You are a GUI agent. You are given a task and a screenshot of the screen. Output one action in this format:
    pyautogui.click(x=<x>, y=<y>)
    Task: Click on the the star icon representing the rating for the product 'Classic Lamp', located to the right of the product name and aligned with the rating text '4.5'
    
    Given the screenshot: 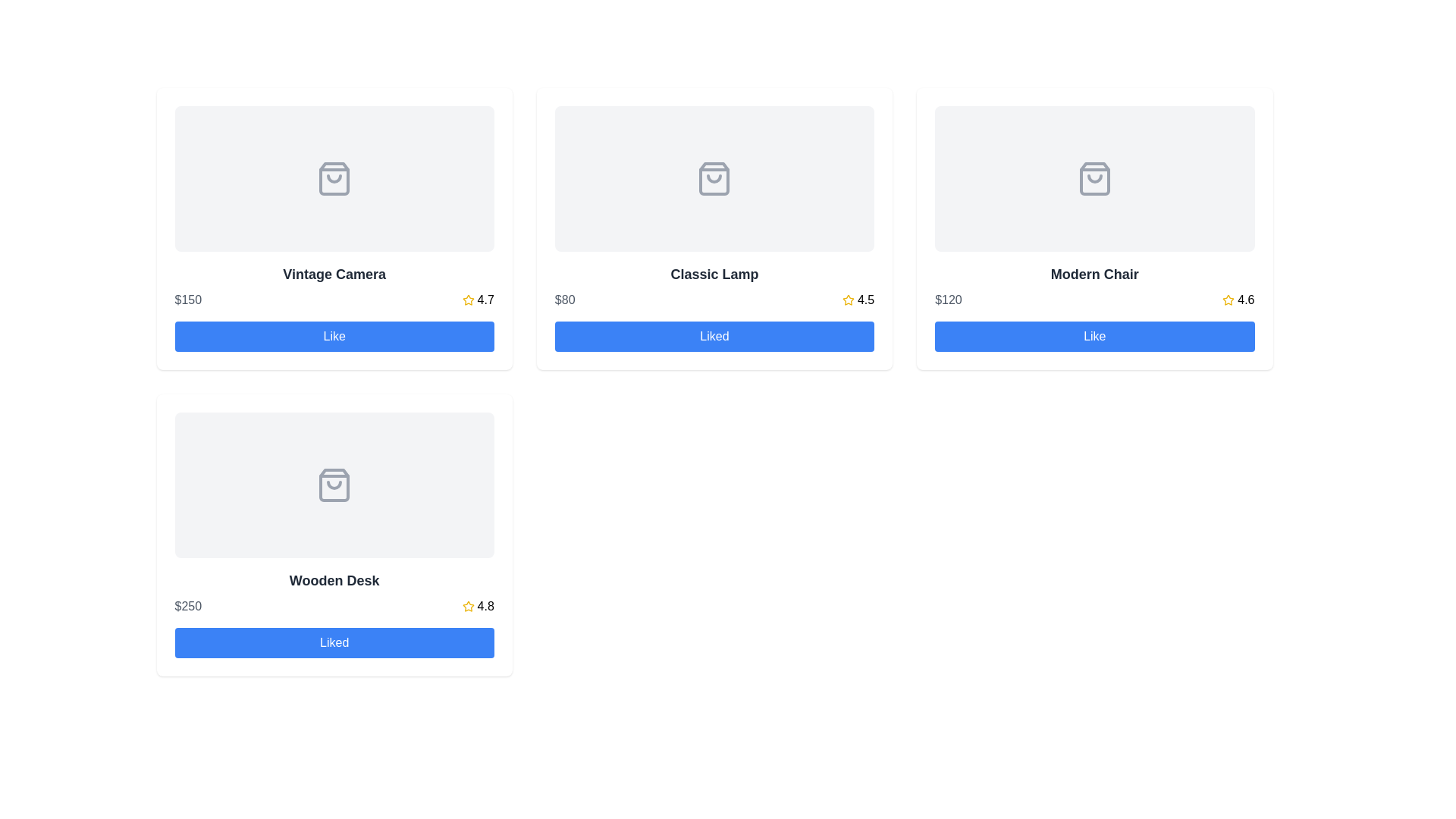 What is the action you would take?
    pyautogui.click(x=847, y=300)
    